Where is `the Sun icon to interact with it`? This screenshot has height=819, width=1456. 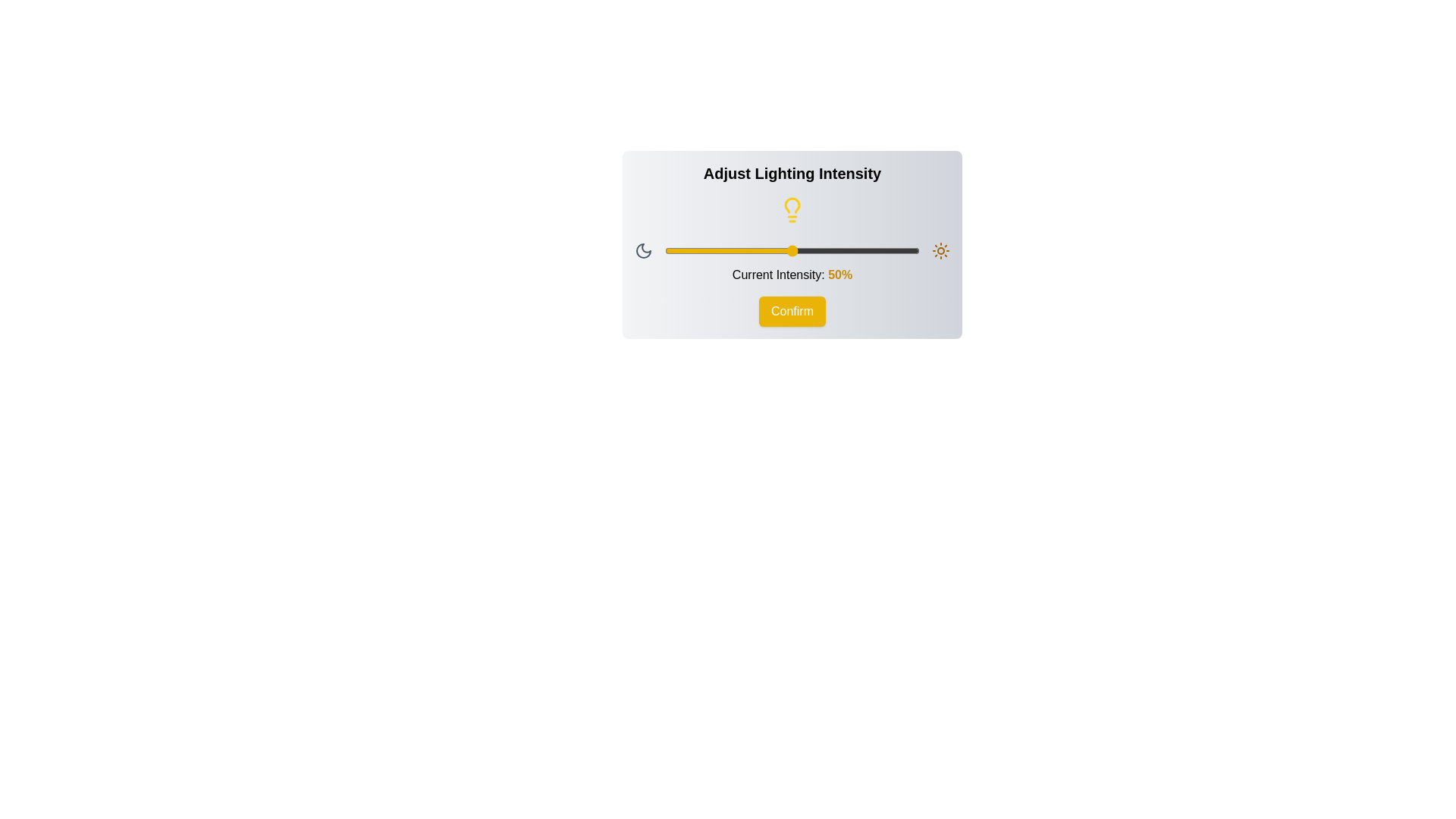
the Sun icon to interact with it is located at coordinates (940, 250).